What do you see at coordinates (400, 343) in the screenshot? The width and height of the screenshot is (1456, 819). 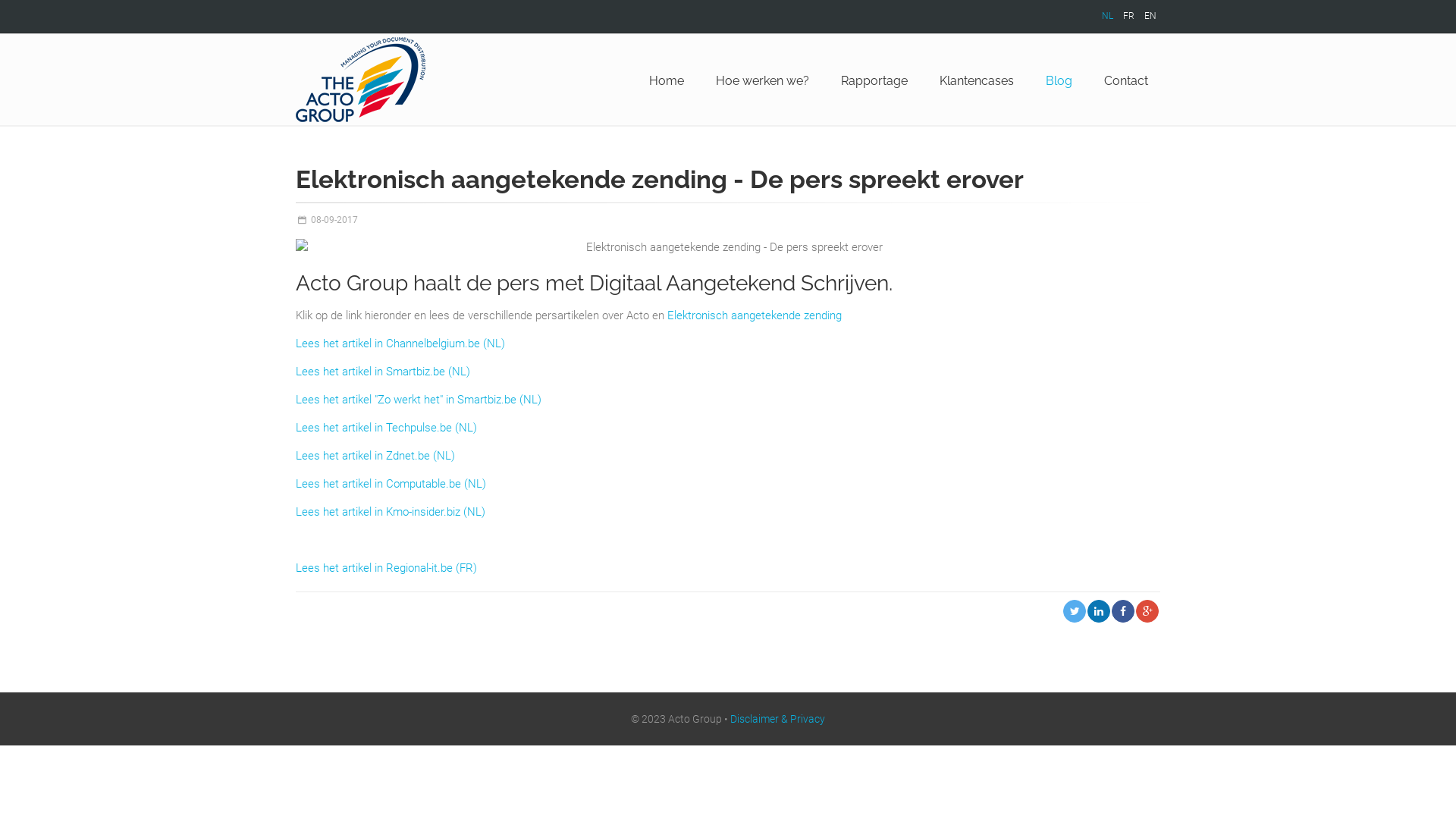 I see `'Lees het artikel in Channelbelgium.be (NL)'` at bounding box center [400, 343].